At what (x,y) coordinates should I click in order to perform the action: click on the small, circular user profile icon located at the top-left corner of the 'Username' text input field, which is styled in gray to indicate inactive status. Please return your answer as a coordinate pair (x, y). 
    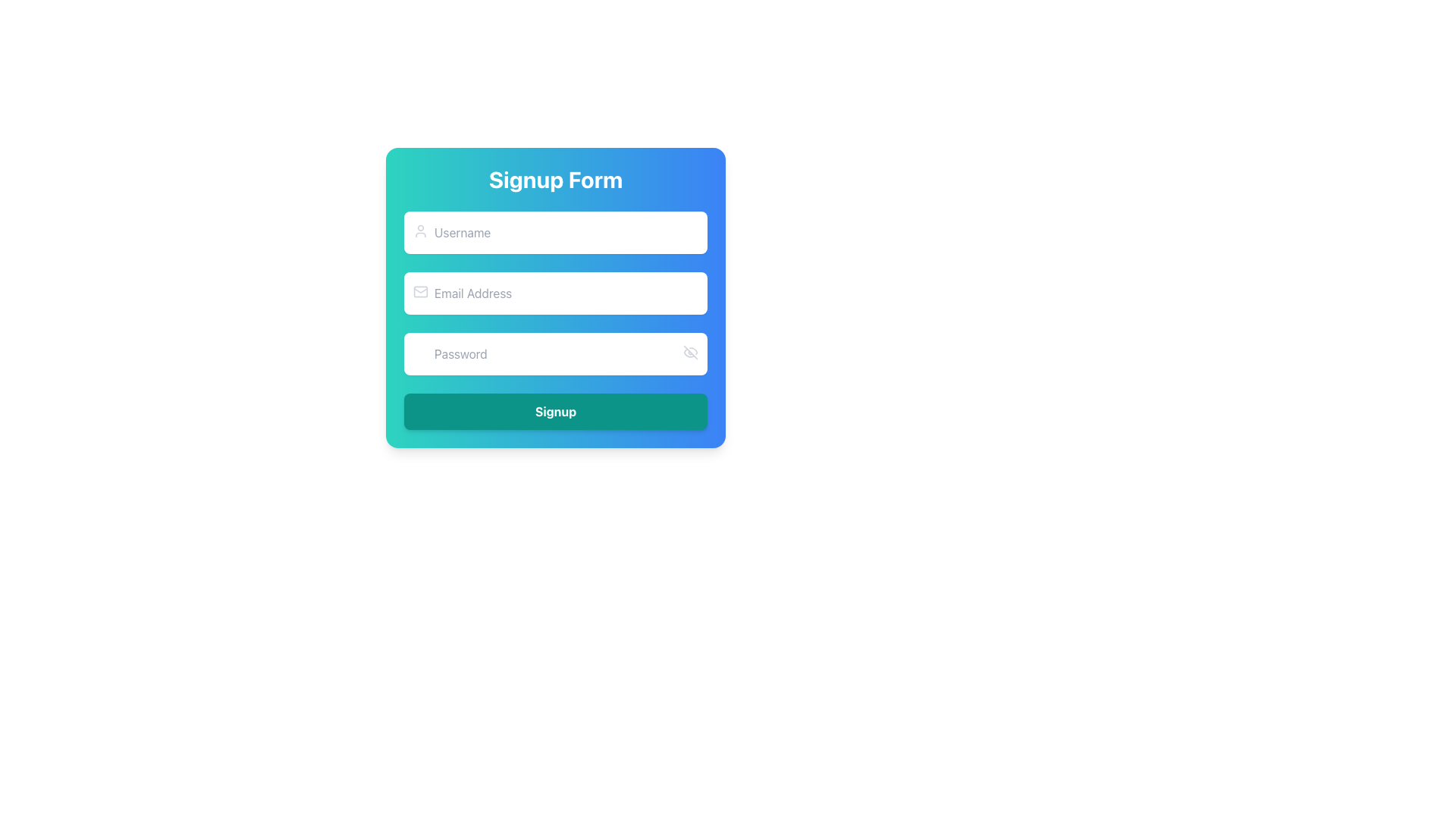
    Looking at the image, I should click on (421, 231).